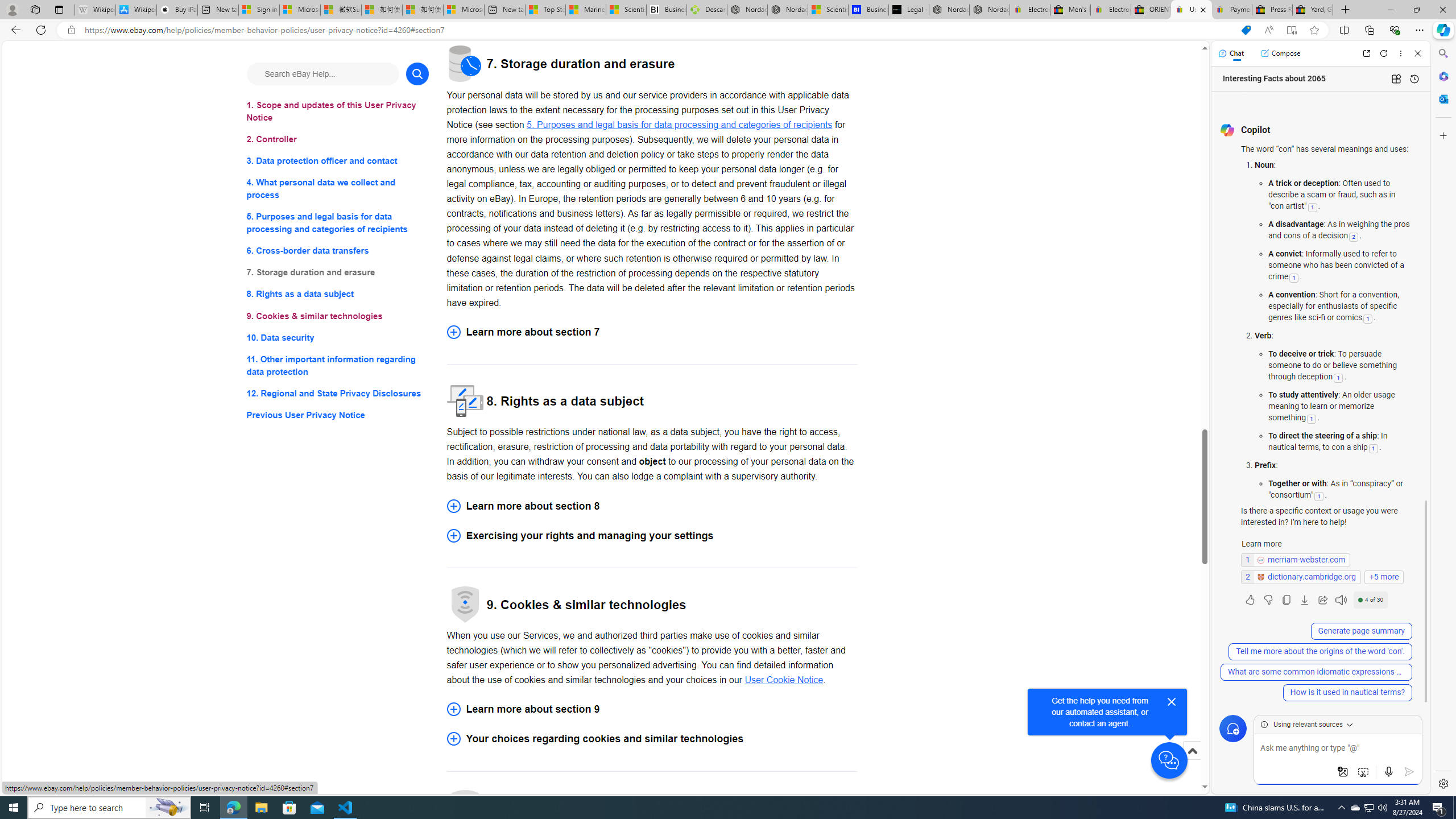  Describe the element at coordinates (337, 316) in the screenshot. I see `'9. Cookies & similar technologies'` at that location.